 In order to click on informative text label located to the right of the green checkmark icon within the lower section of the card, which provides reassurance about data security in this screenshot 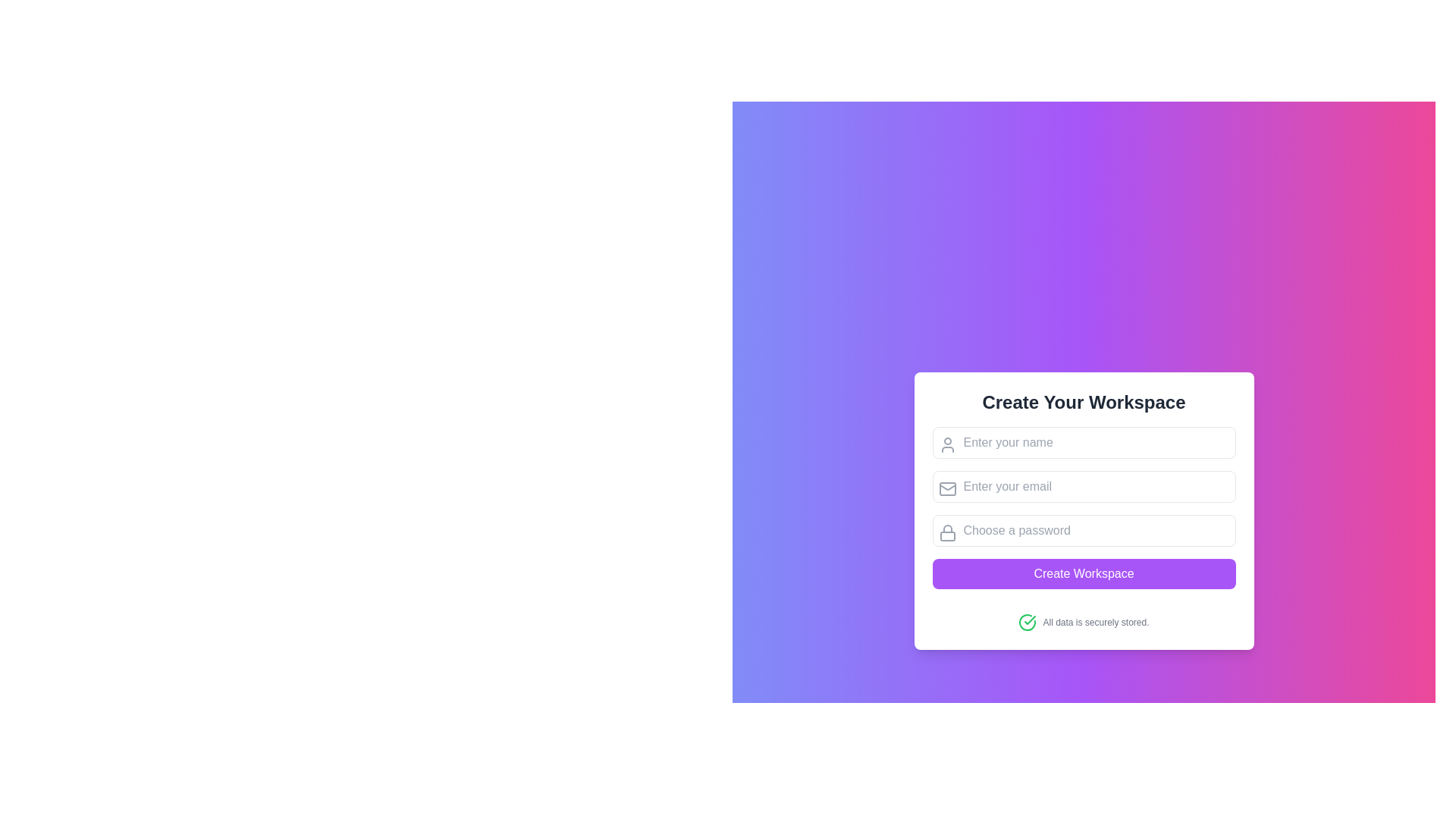, I will do `click(1096, 623)`.